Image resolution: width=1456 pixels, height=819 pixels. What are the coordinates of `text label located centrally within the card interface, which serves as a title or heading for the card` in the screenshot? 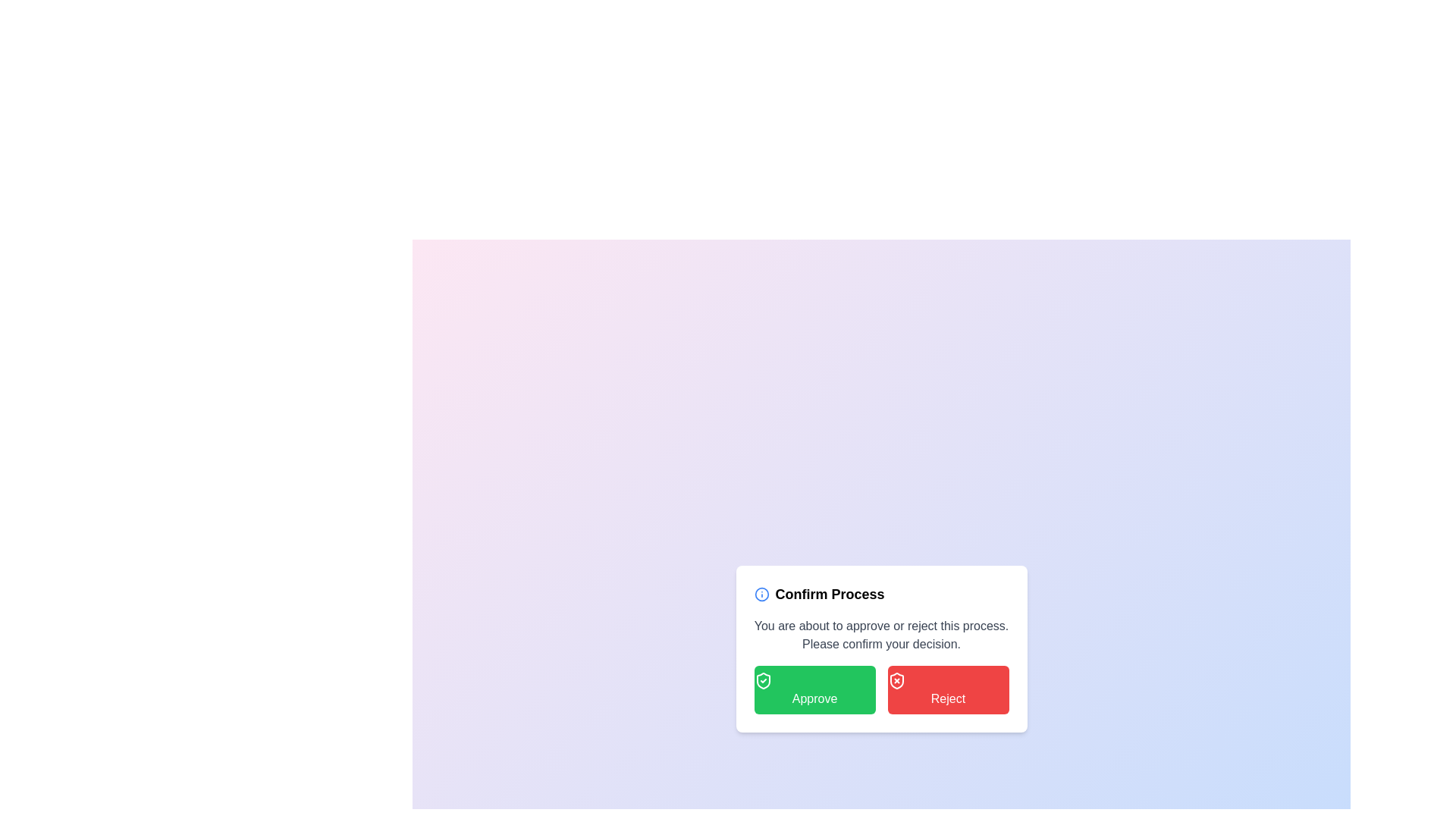 It's located at (829, 593).